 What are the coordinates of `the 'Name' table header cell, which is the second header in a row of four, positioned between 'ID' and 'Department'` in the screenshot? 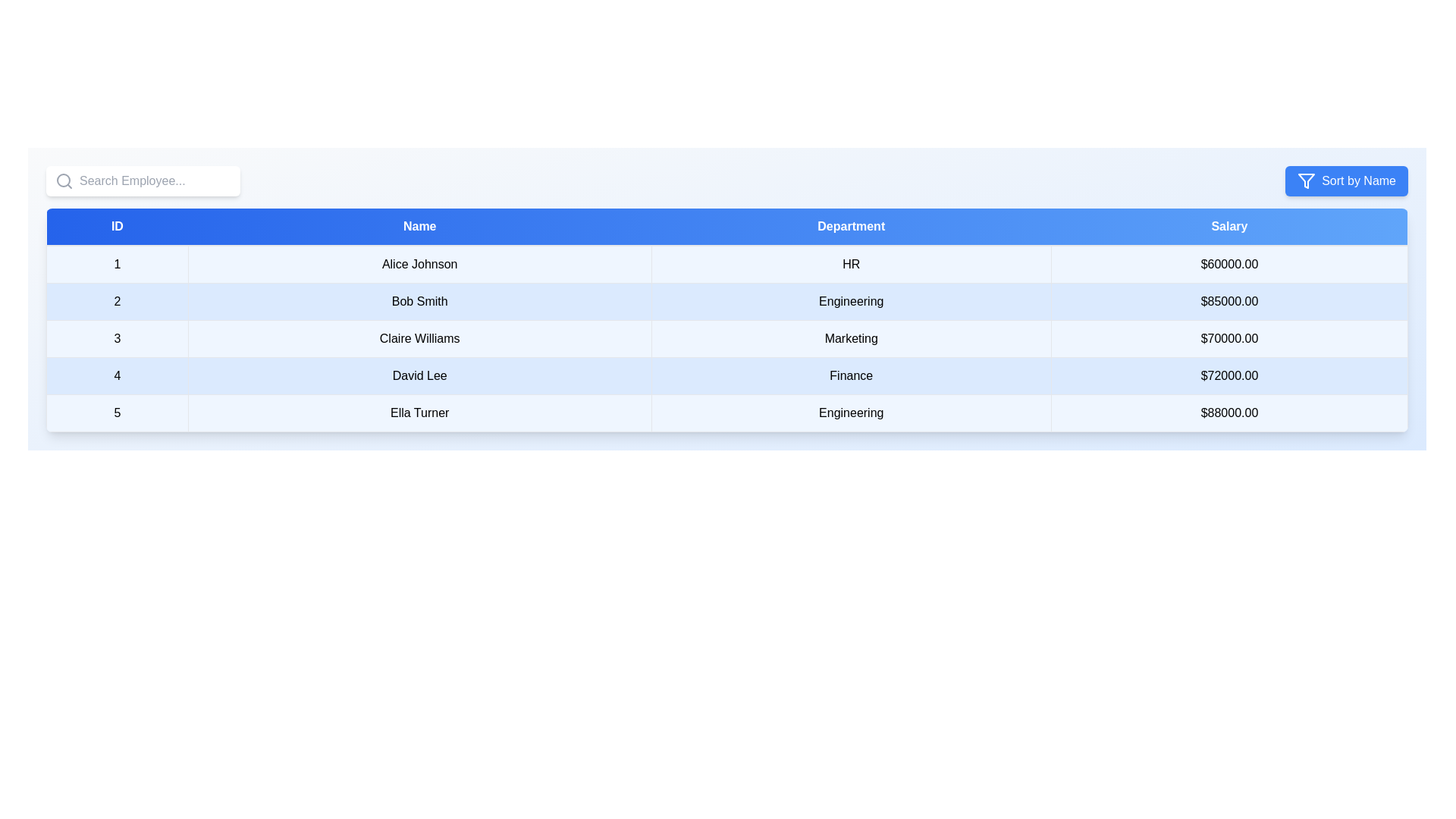 It's located at (419, 227).